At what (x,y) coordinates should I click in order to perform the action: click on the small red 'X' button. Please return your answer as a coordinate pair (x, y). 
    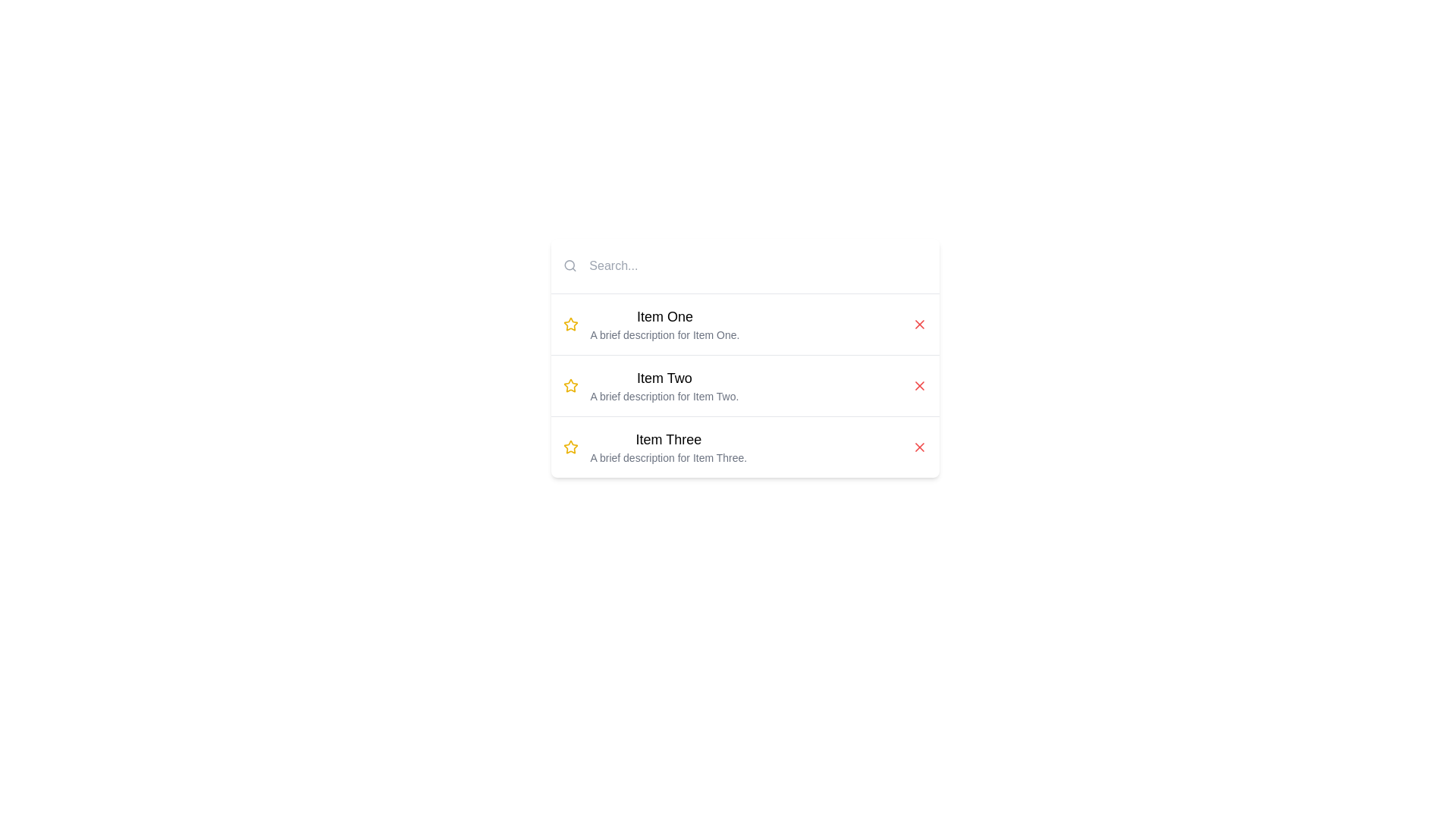
    Looking at the image, I should click on (918, 447).